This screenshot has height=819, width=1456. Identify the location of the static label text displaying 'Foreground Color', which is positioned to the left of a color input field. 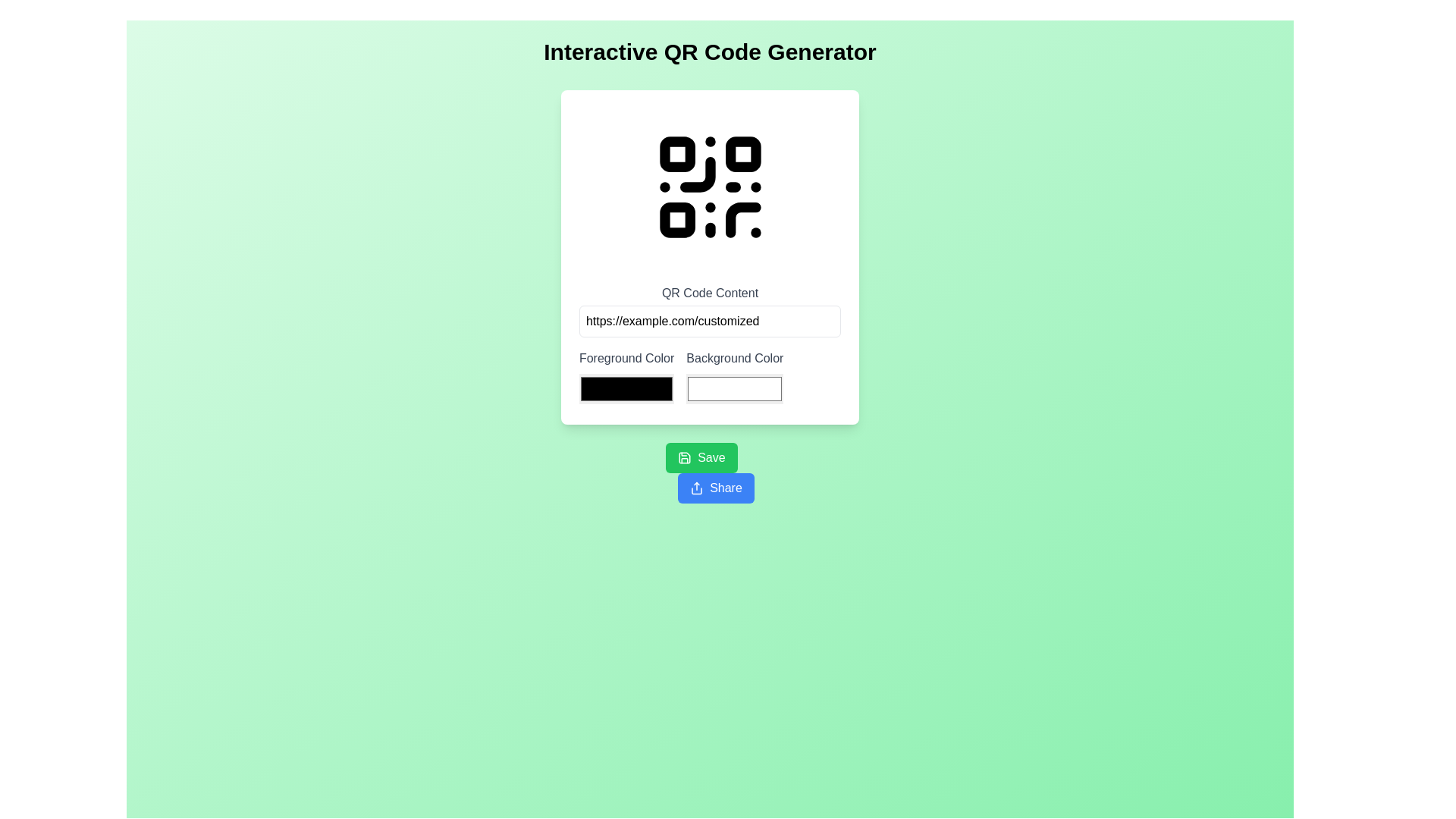
(626, 359).